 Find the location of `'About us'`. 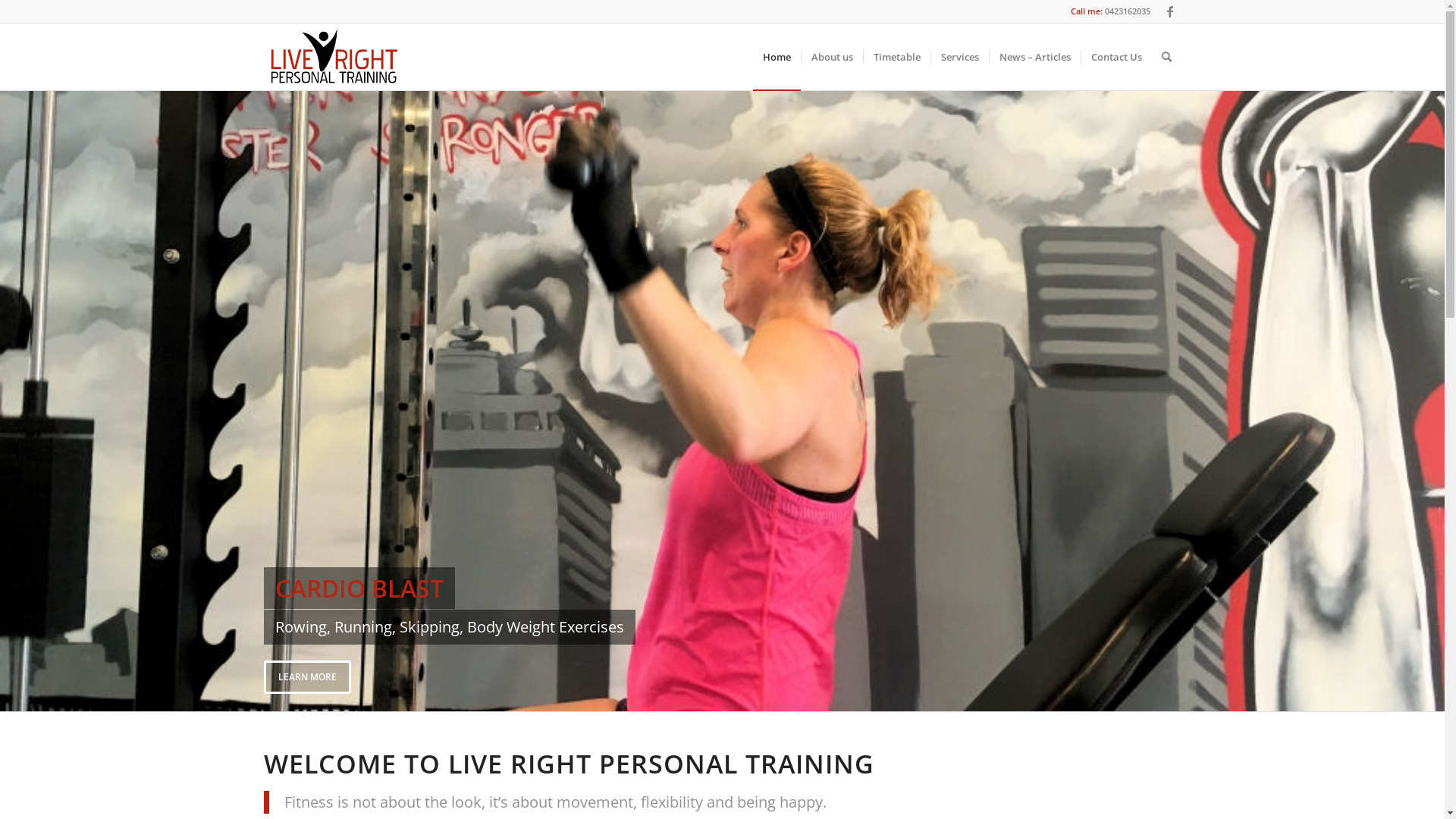

'About us' is located at coordinates (831, 55).